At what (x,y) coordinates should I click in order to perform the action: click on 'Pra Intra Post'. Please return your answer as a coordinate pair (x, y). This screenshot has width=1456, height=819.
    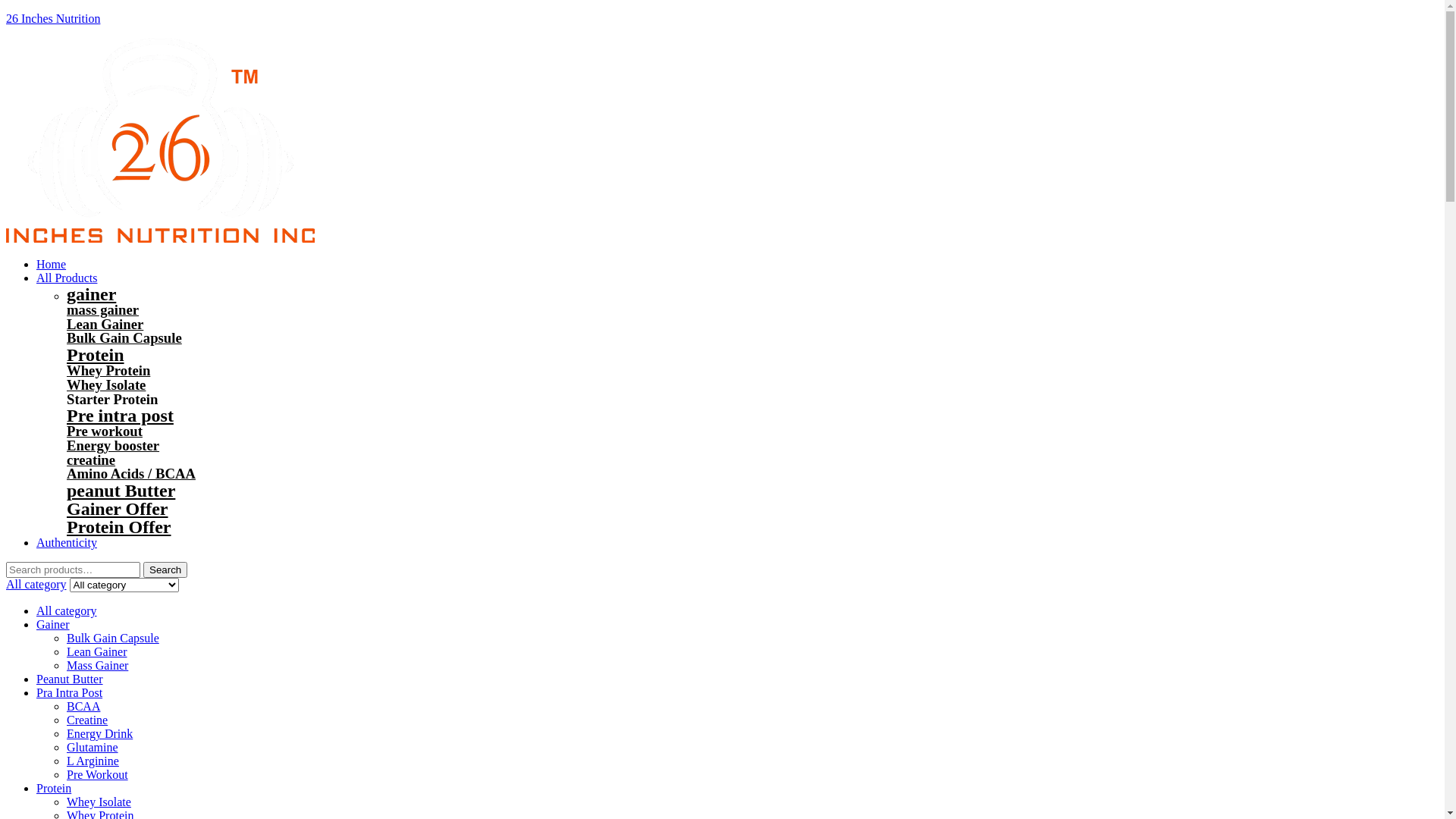
    Looking at the image, I should click on (68, 692).